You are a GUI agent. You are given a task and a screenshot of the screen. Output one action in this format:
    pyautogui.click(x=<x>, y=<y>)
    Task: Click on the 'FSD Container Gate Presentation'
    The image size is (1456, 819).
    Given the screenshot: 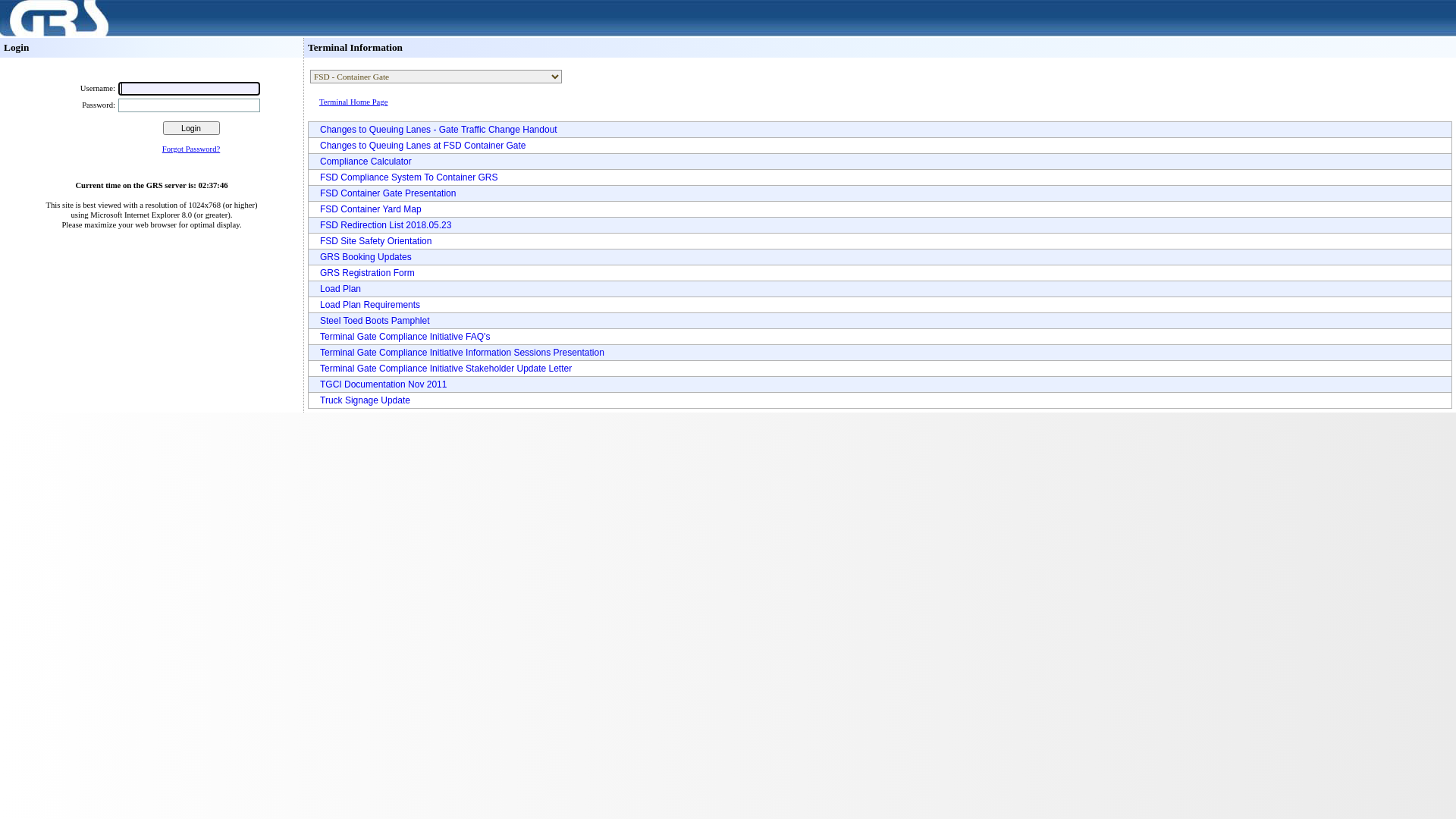 What is the action you would take?
    pyautogui.click(x=384, y=192)
    